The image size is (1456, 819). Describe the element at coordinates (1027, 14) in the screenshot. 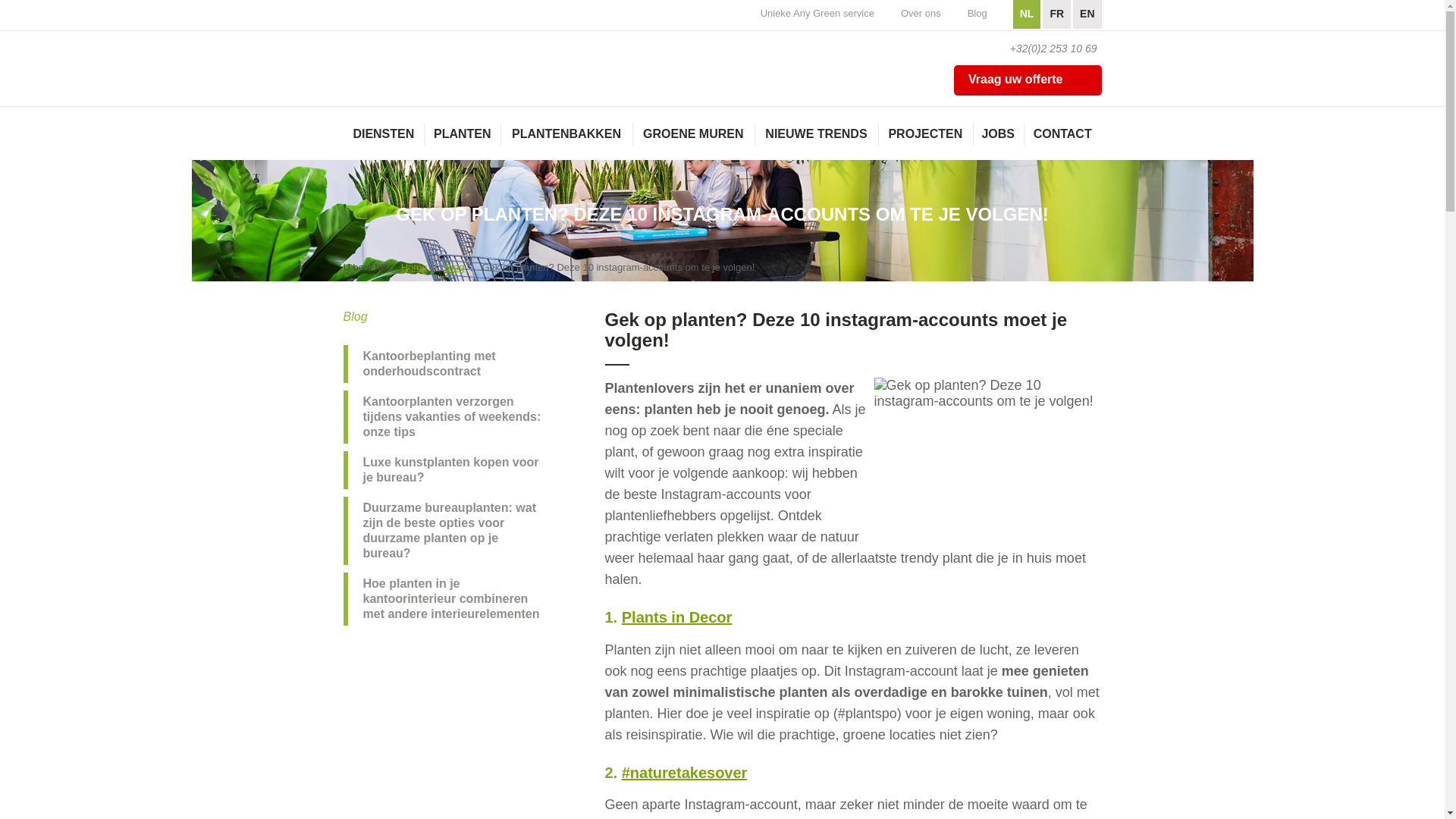

I see `'NL'` at that location.